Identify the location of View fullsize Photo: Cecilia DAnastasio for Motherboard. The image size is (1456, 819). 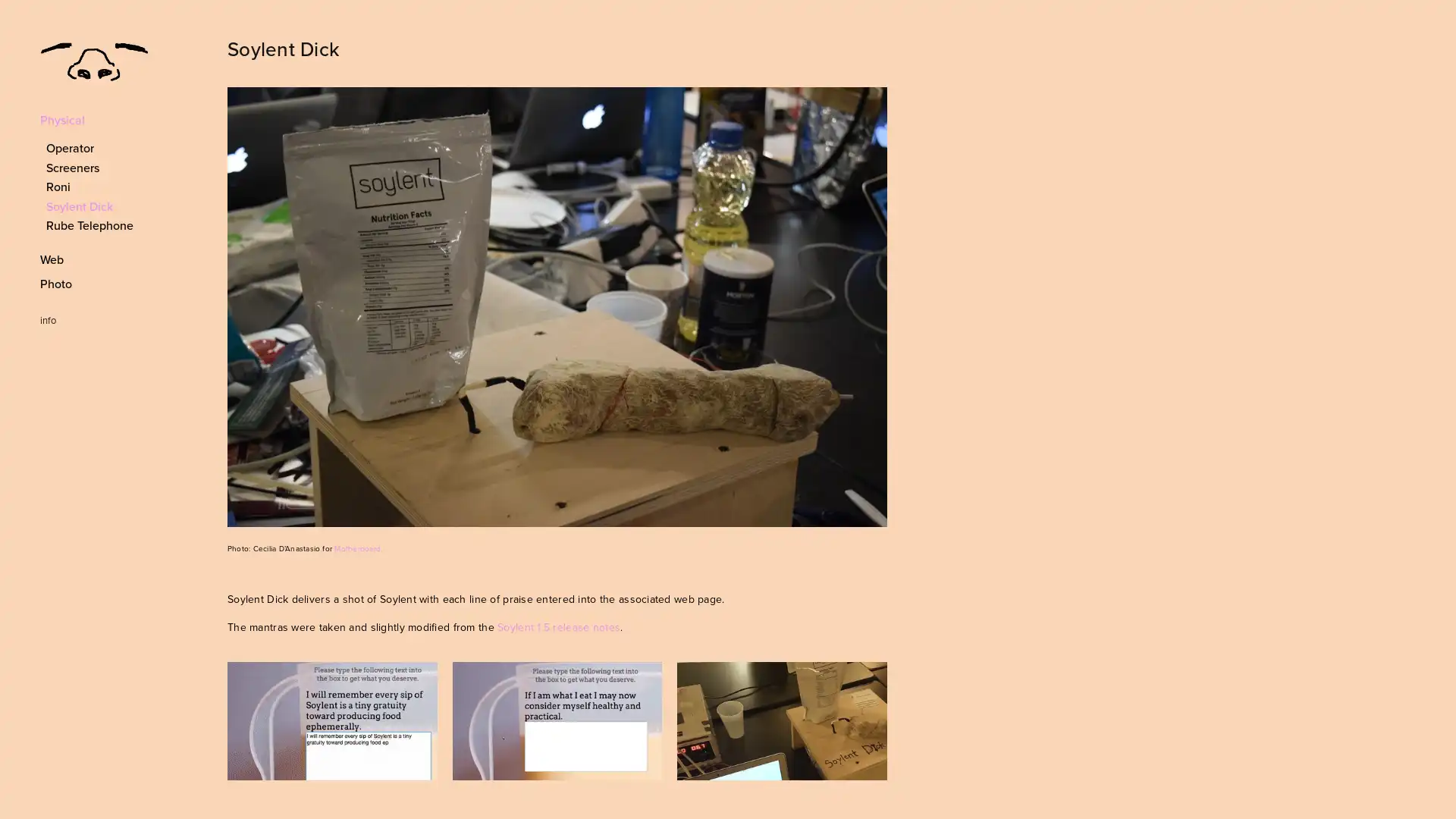
(556, 307).